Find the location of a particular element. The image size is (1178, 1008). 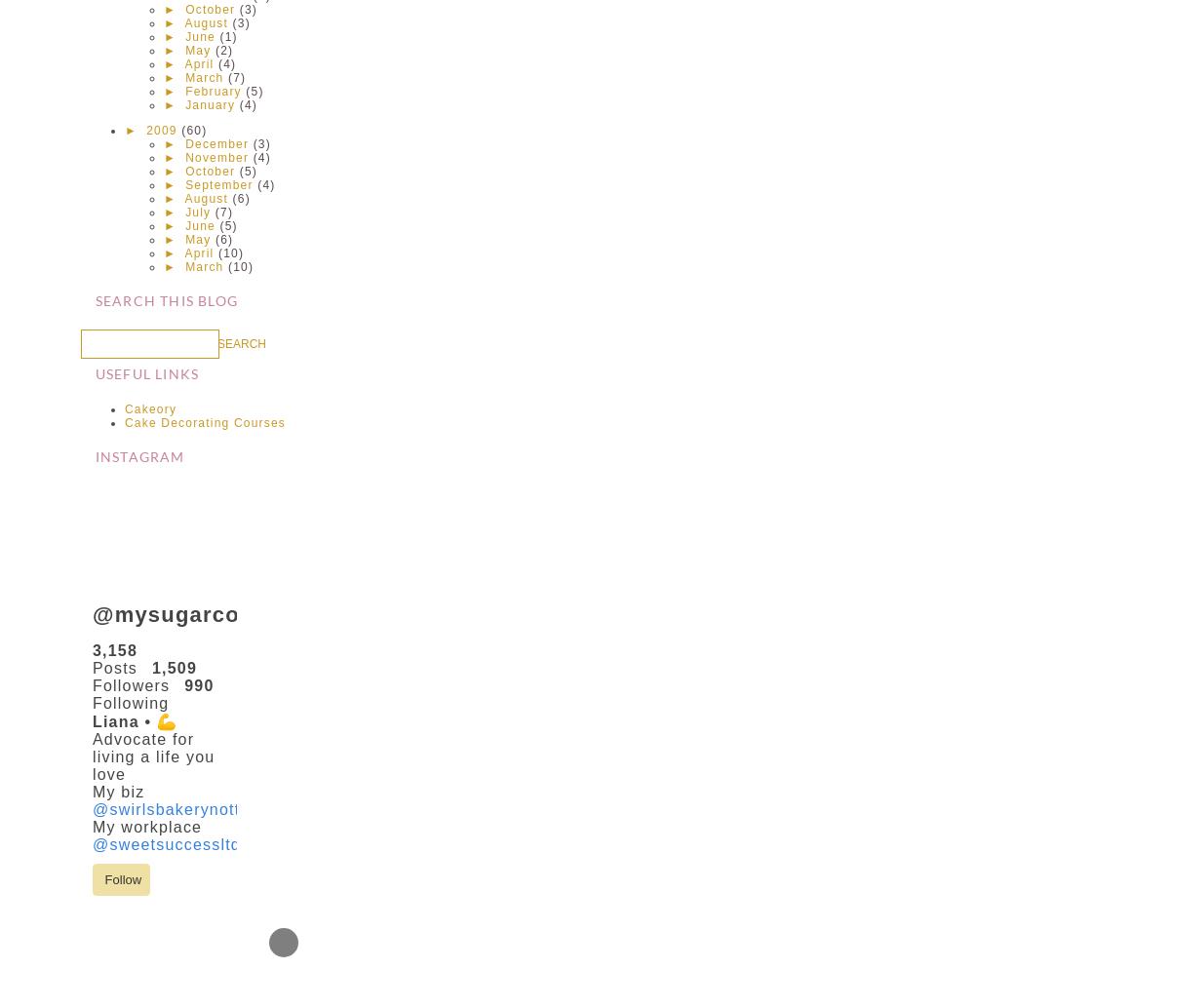

'Cake Decorating Courses' is located at coordinates (205, 421).